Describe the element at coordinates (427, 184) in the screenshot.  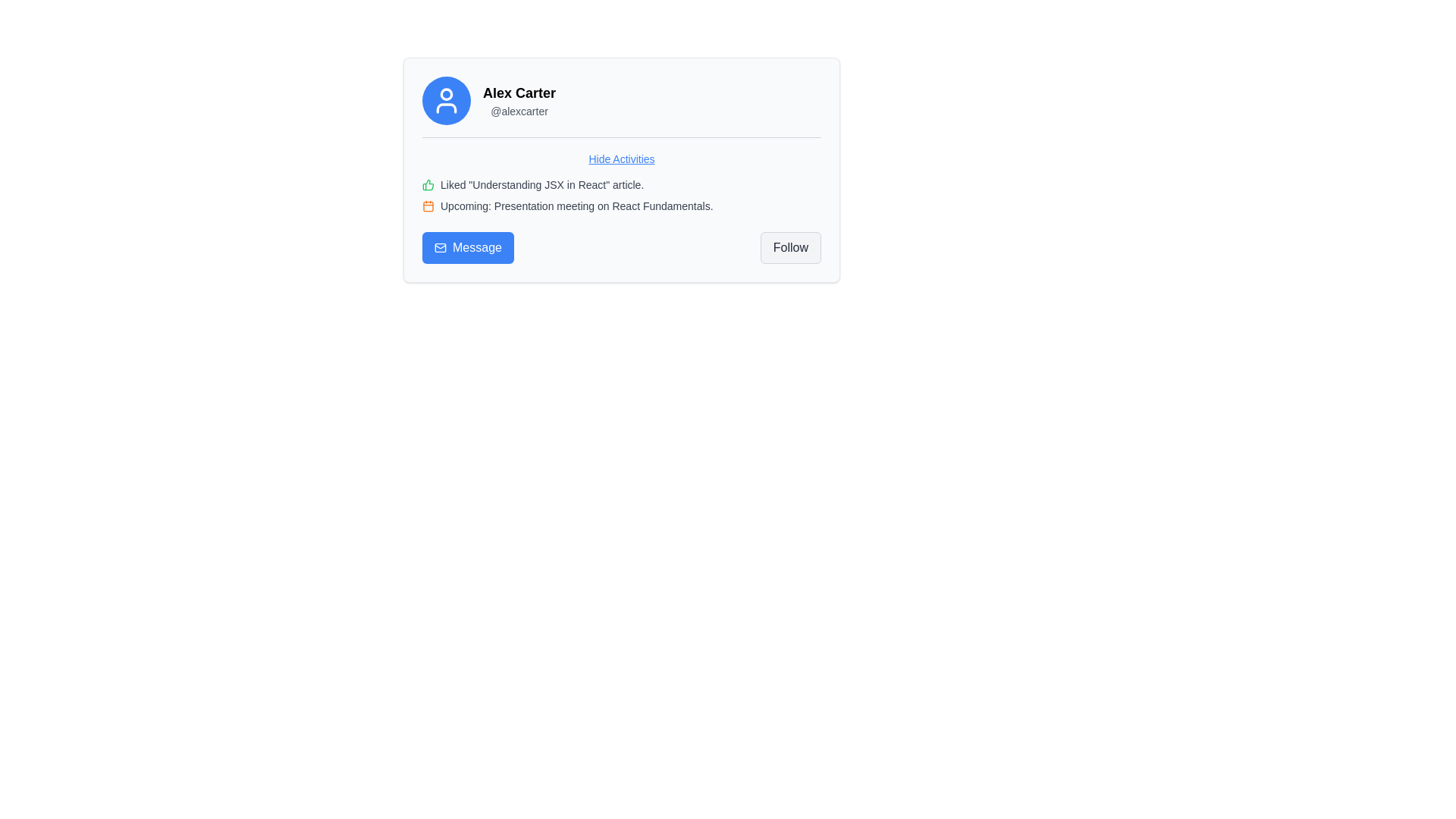
I see `the 'thumbs-up' icon representing the 'like' action next to the text 'Liked Understanding JSX in React article' in the activity section under the user profile` at that location.